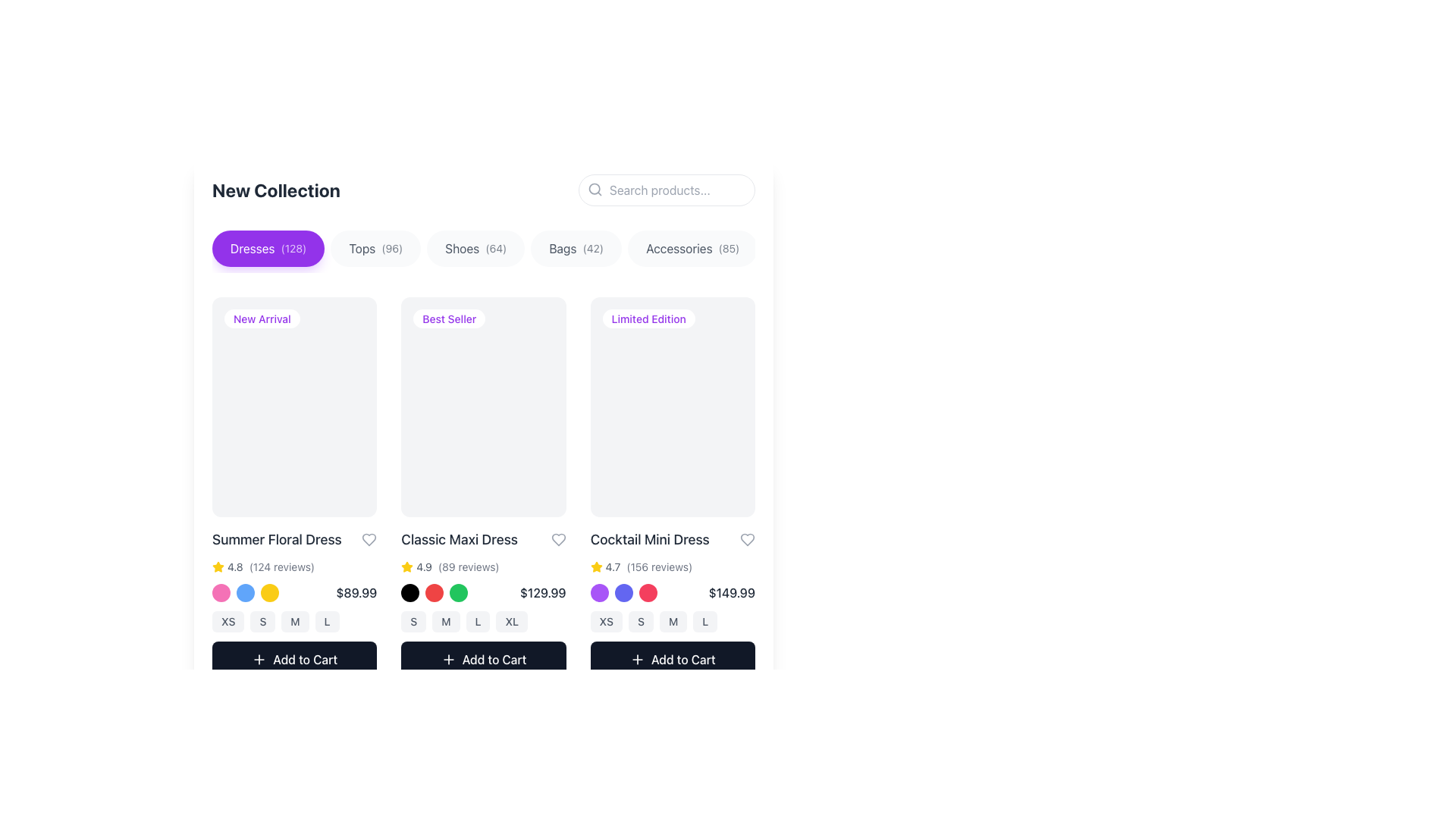 This screenshot has width=1456, height=819. Describe the element at coordinates (692, 247) in the screenshot. I see `the fifth button on the right` at that location.